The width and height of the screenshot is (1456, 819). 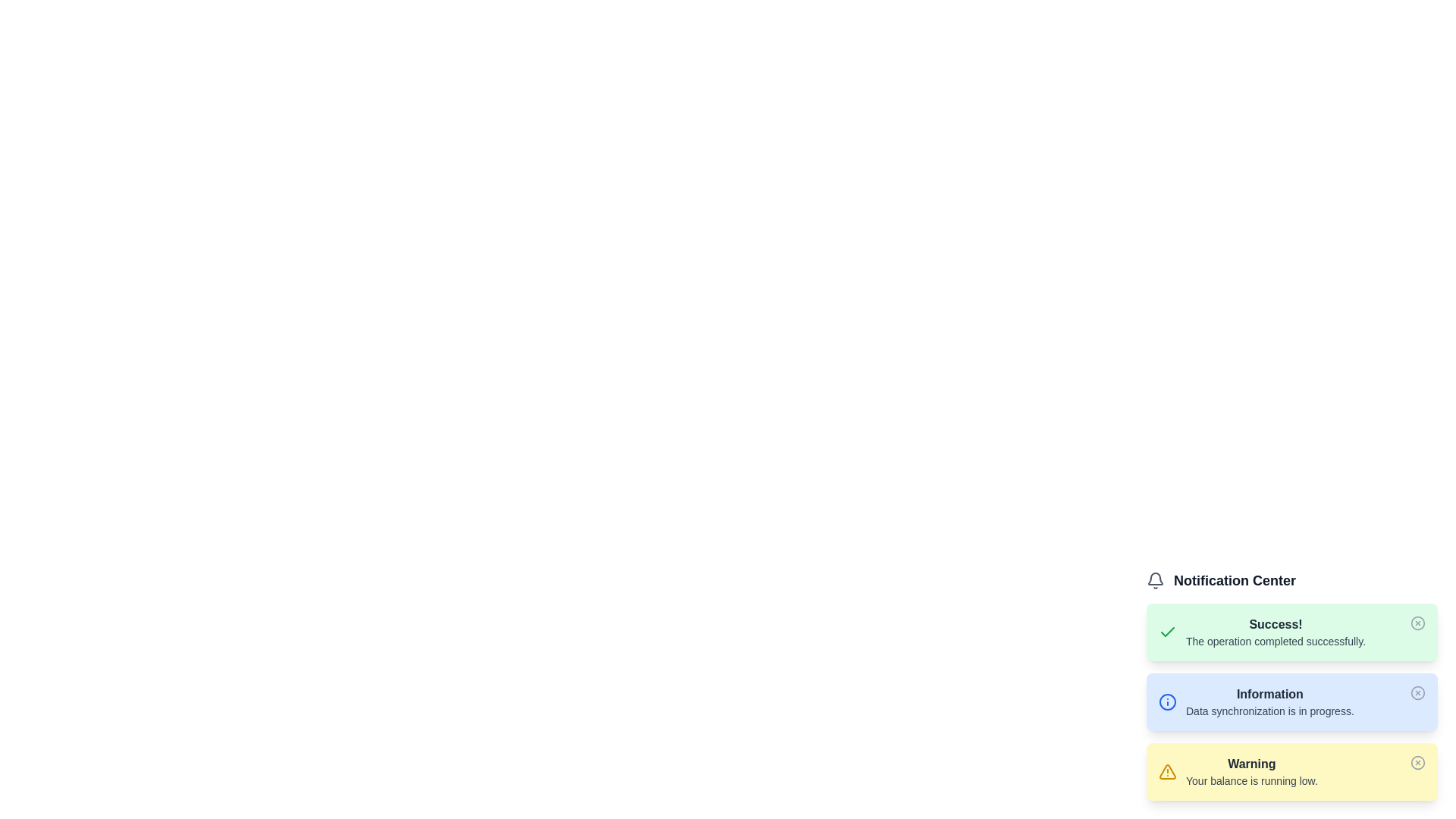 What do you see at coordinates (1251, 764) in the screenshot?
I see `the 'Warning' text label, which is bold and dark-colored, located in the notification card titled 'Warning Your balance is running low.'` at bounding box center [1251, 764].